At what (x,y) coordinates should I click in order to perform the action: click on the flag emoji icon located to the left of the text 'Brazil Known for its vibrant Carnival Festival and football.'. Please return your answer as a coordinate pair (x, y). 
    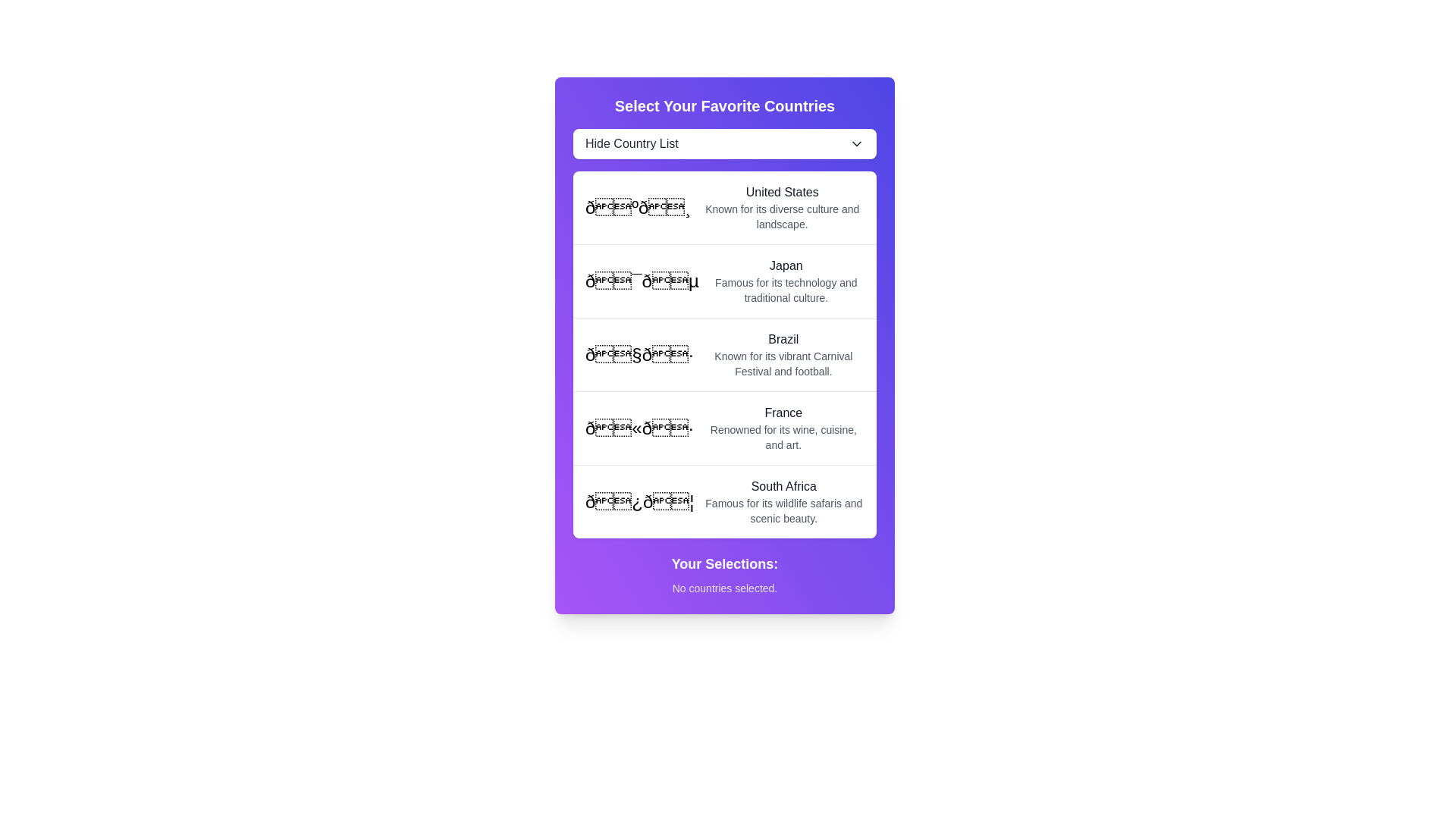
    Looking at the image, I should click on (639, 354).